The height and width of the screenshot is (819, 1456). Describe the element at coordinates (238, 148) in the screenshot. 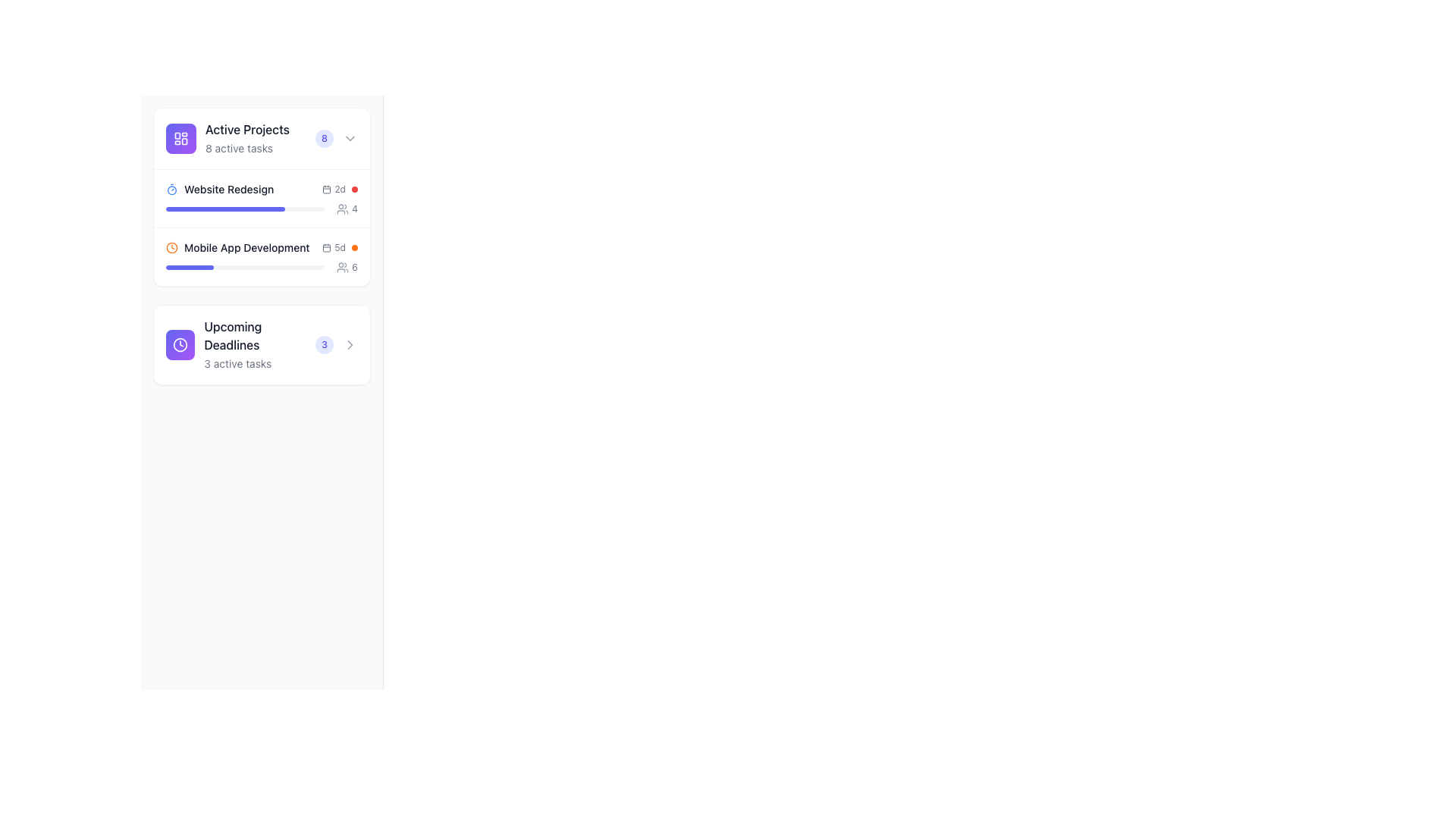

I see `the non-interactive text label indicating the number of active tasks associated with 'Active Projects', located below the 'Active Projects' heading` at that location.